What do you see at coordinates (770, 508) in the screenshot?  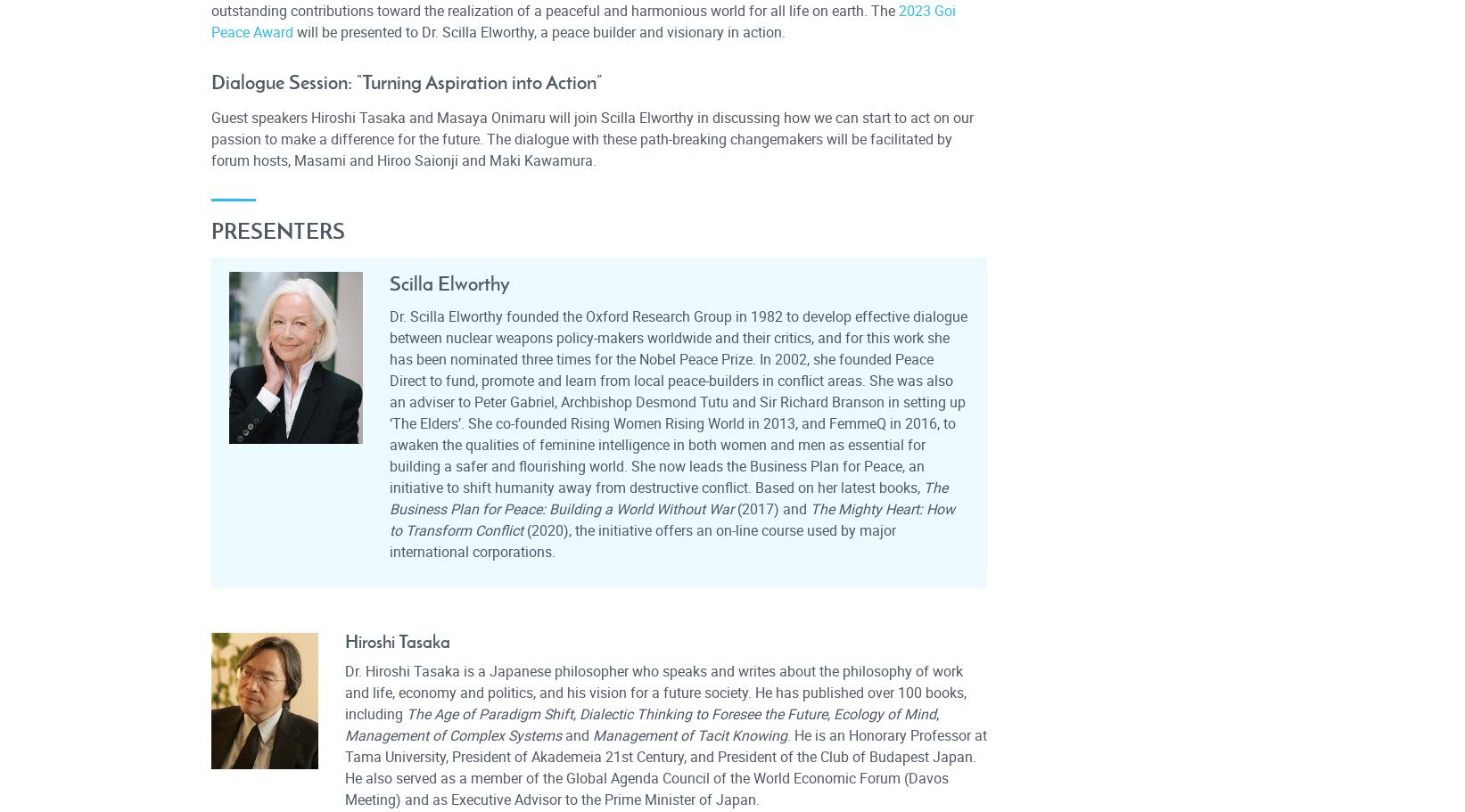 I see `'(2017) and'` at bounding box center [770, 508].